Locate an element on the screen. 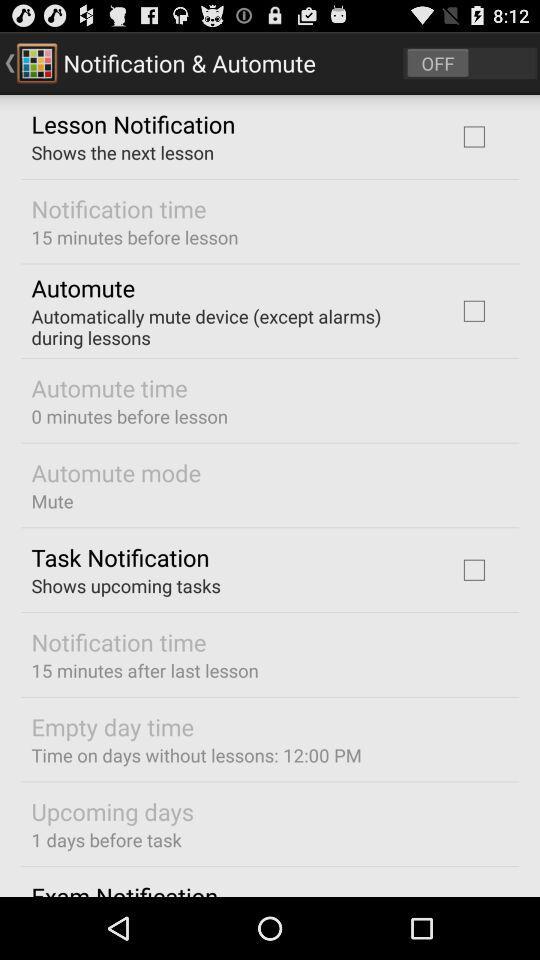  the empty day time icon is located at coordinates (112, 725).